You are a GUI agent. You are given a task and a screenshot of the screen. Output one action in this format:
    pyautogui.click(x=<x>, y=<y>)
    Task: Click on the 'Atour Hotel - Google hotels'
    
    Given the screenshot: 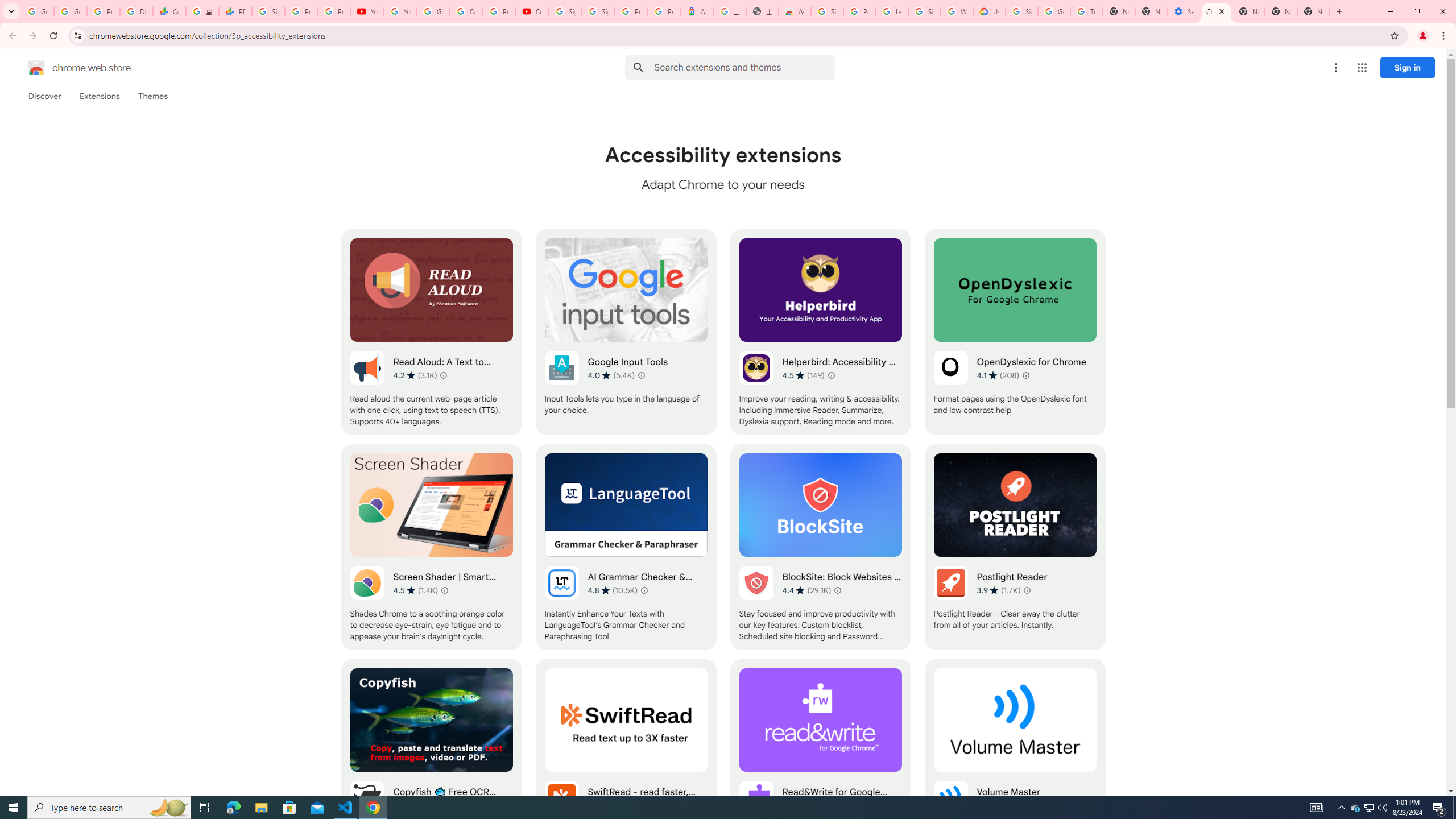 What is the action you would take?
    pyautogui.click(x=697, y=11)
    